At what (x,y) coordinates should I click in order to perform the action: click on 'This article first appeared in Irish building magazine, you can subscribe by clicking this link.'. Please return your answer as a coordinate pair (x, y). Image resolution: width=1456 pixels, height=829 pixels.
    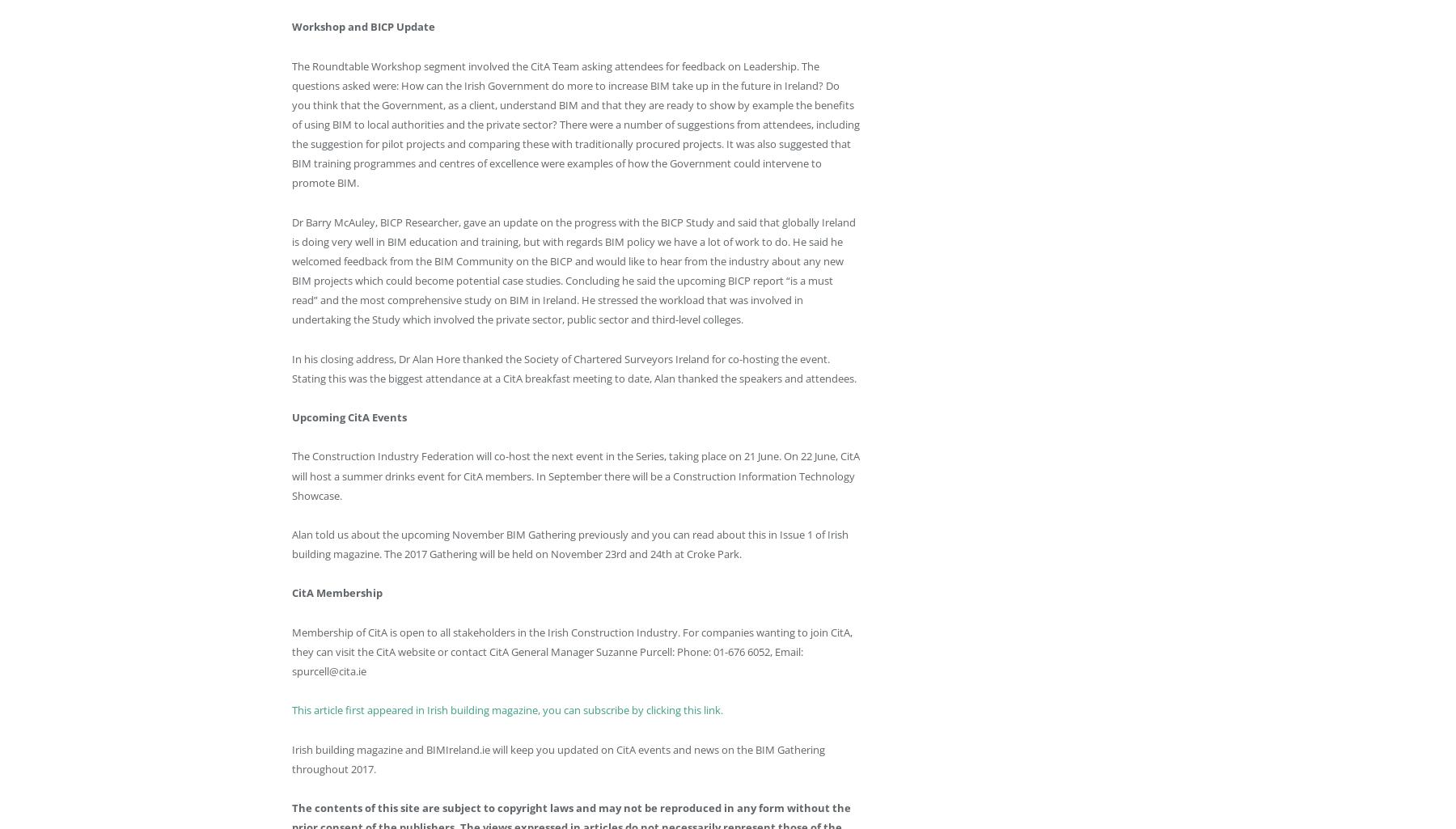
    Looking at the image, I should click on (508, 710).